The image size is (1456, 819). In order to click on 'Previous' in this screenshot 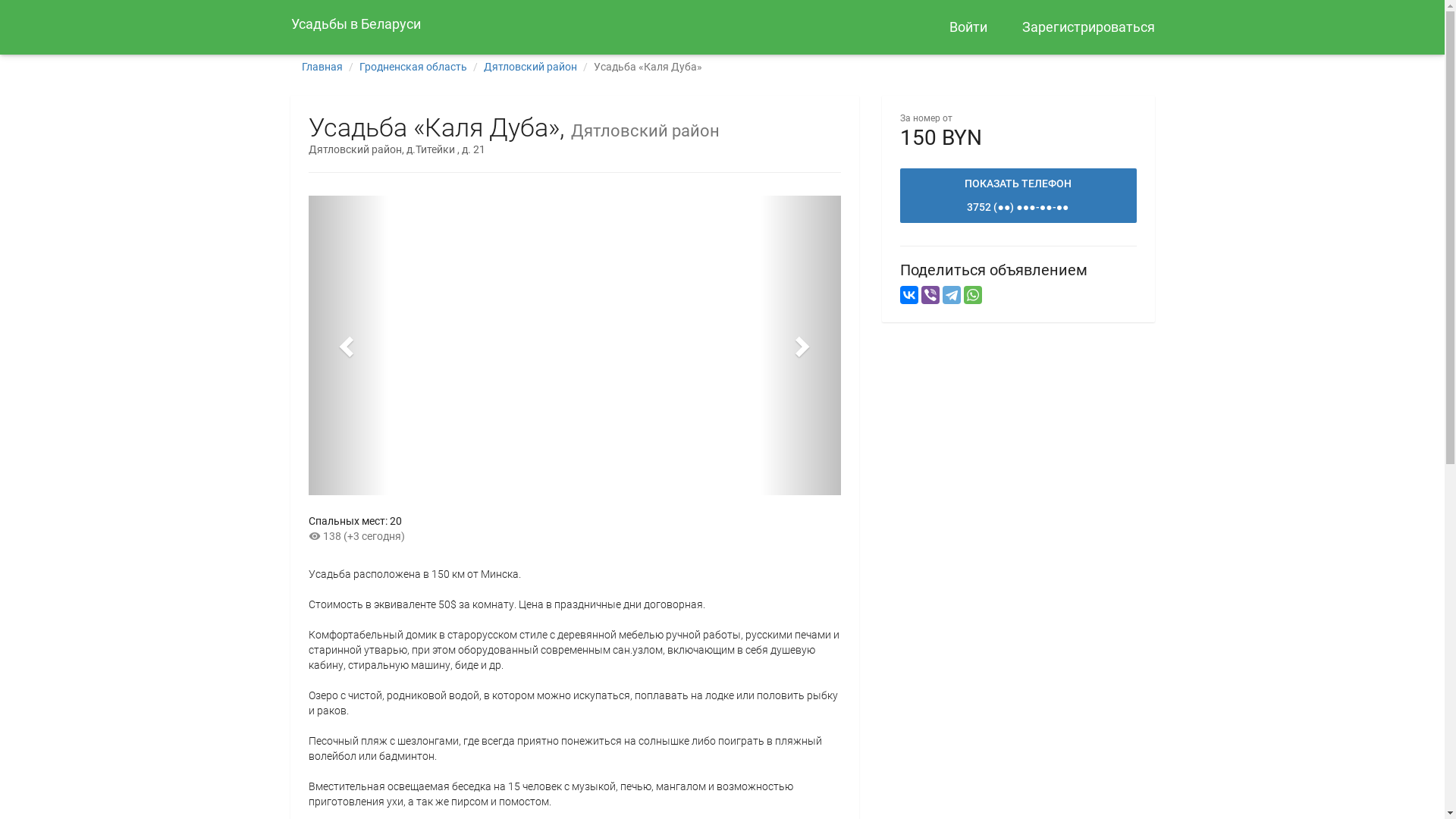, I will do `click(347, 345)`.